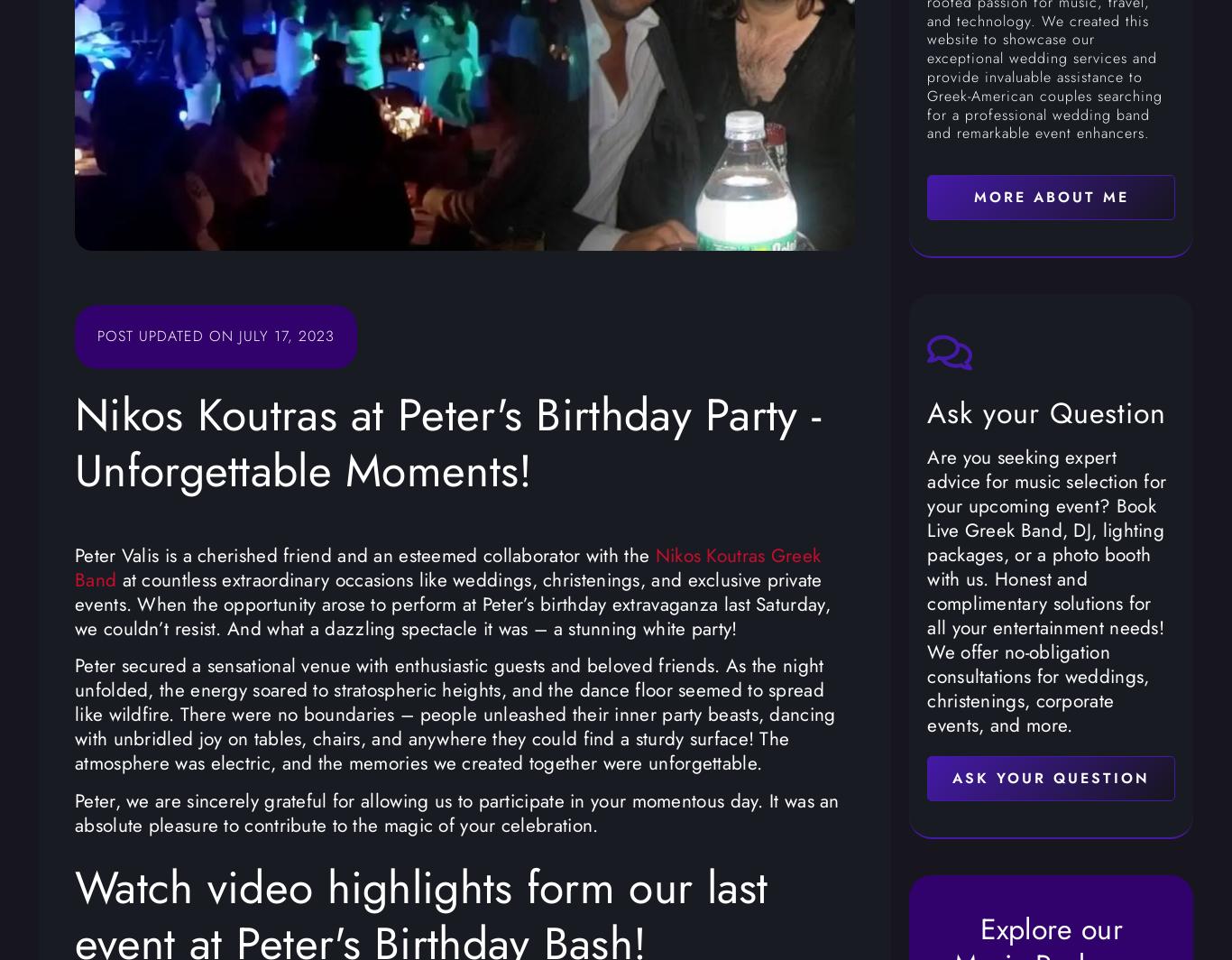 This screenshot has height=960, width=1232. Describe the element at coordinates (75, 715) in the screenshot. I see `'Peter secured a sensational venue with enthusiastic guests and beloved friends. As the night unfolded, the energy soared to stratospheric heights, and the dance floor seemed to spread like wildfire. There were no boundaries – people unleashed their inner party beasts, dancing with unbridled joy on tables, chairs, and anywhere they could find a sturdy surface! The atmosphere was electric, and the memories we created together were unforgettable.'` at that location.